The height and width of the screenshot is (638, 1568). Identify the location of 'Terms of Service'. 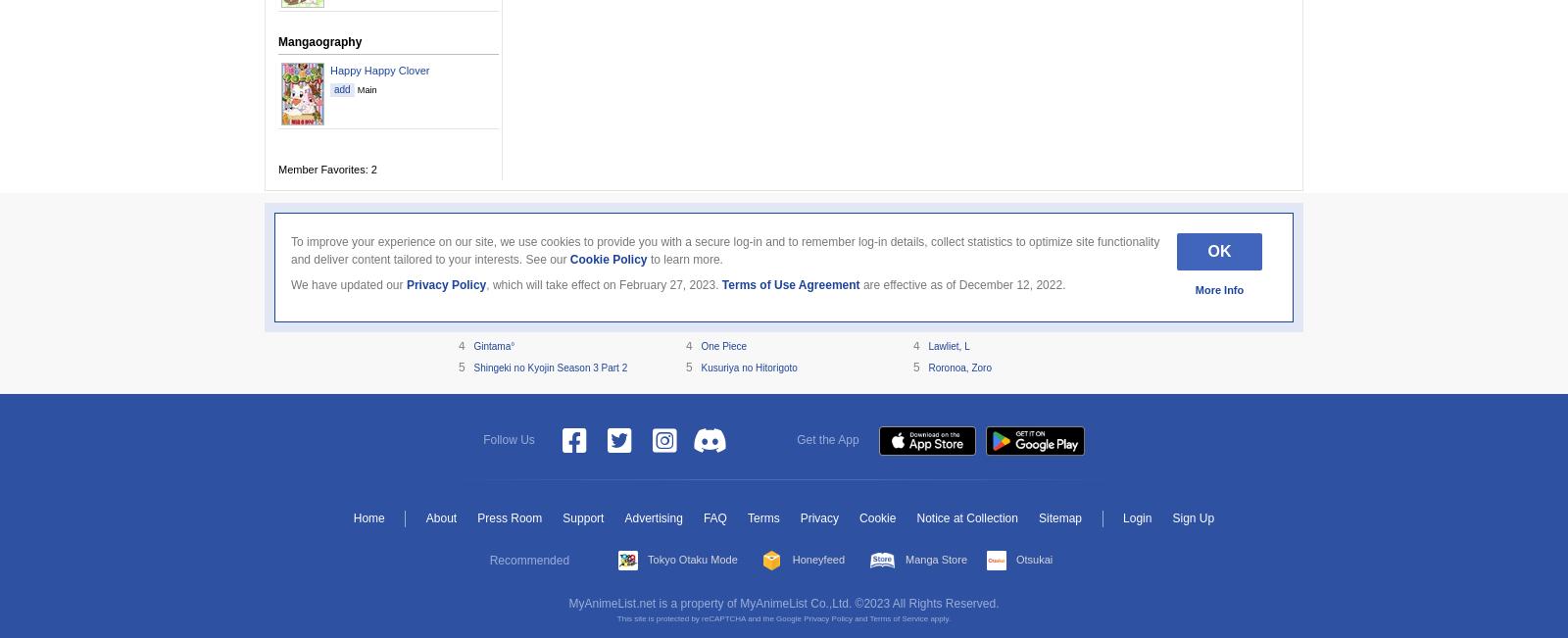
(868, 617).